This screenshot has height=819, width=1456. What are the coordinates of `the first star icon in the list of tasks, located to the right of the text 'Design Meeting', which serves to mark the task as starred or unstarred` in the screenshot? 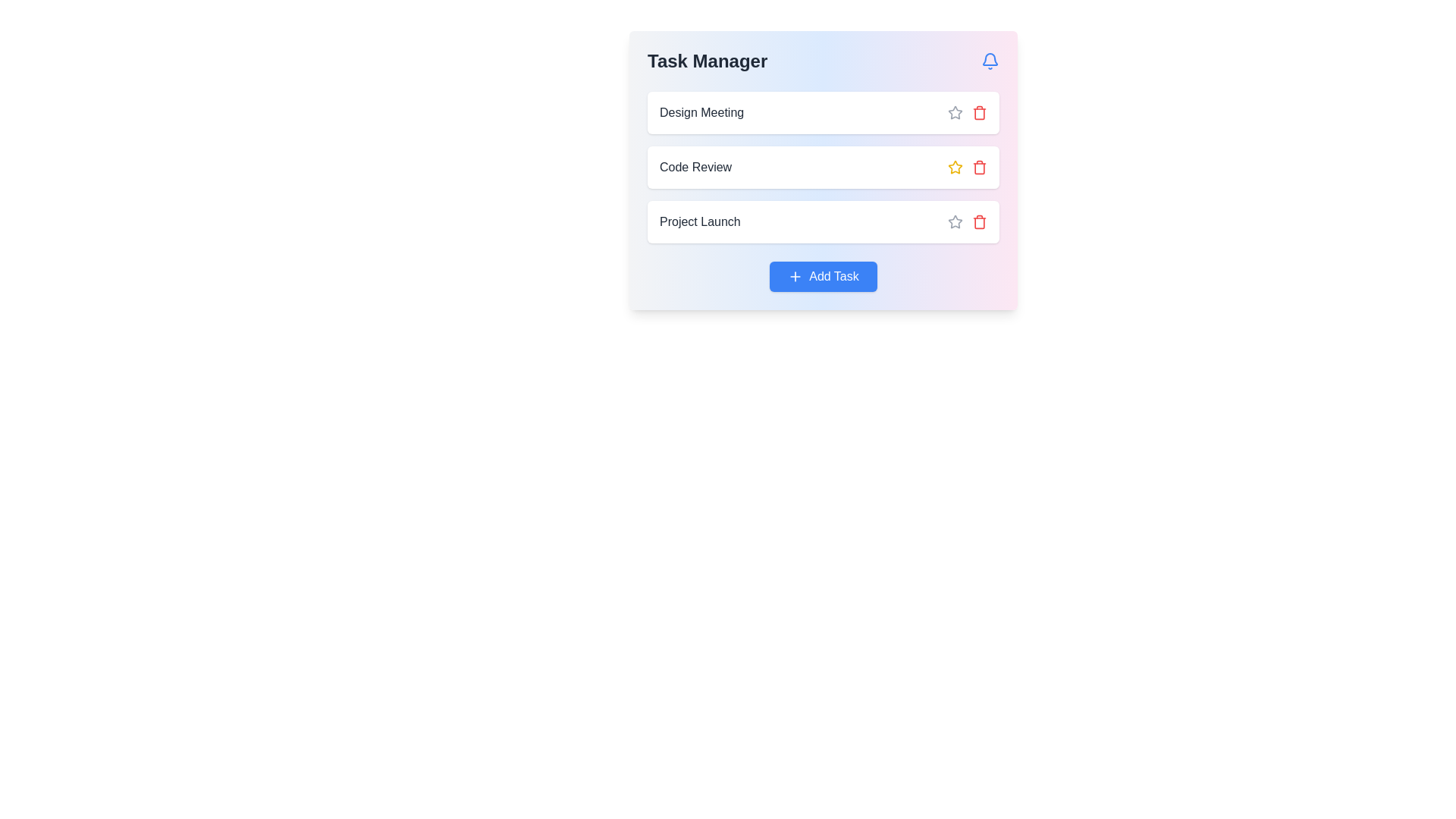 It's located at (954, 112).